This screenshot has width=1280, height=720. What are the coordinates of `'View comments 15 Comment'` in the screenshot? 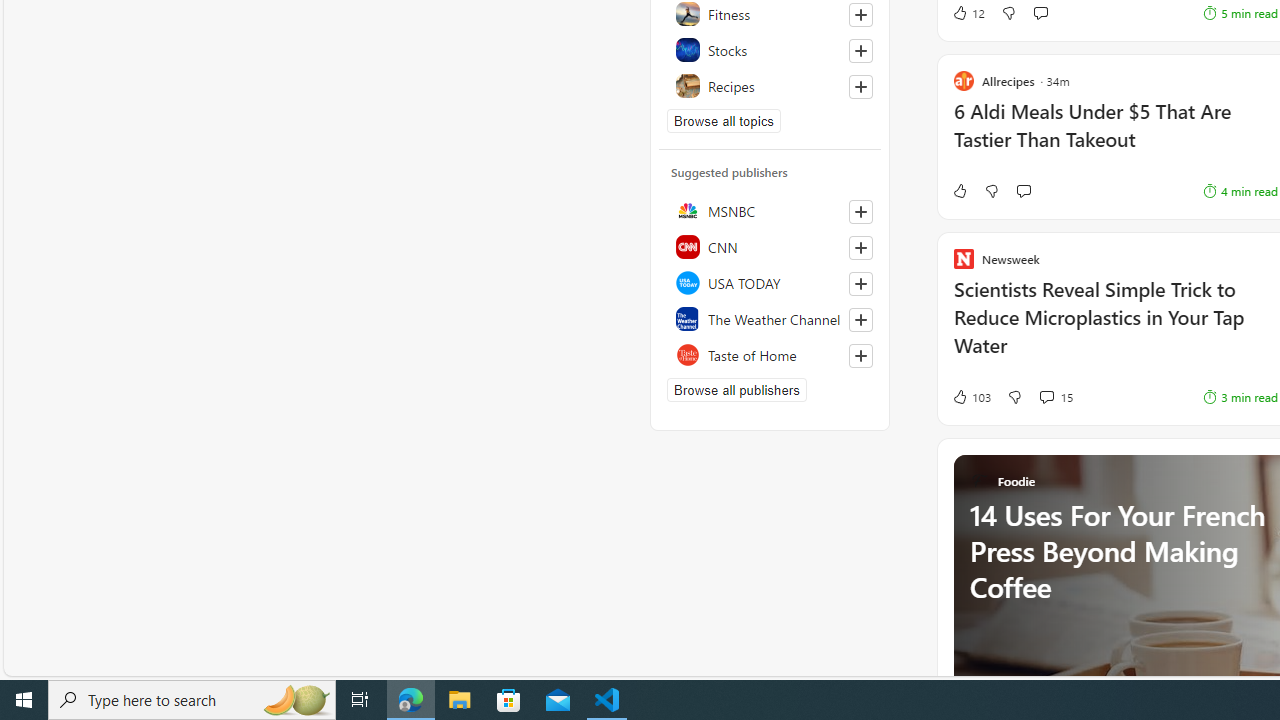 It's located at (1055, 397).